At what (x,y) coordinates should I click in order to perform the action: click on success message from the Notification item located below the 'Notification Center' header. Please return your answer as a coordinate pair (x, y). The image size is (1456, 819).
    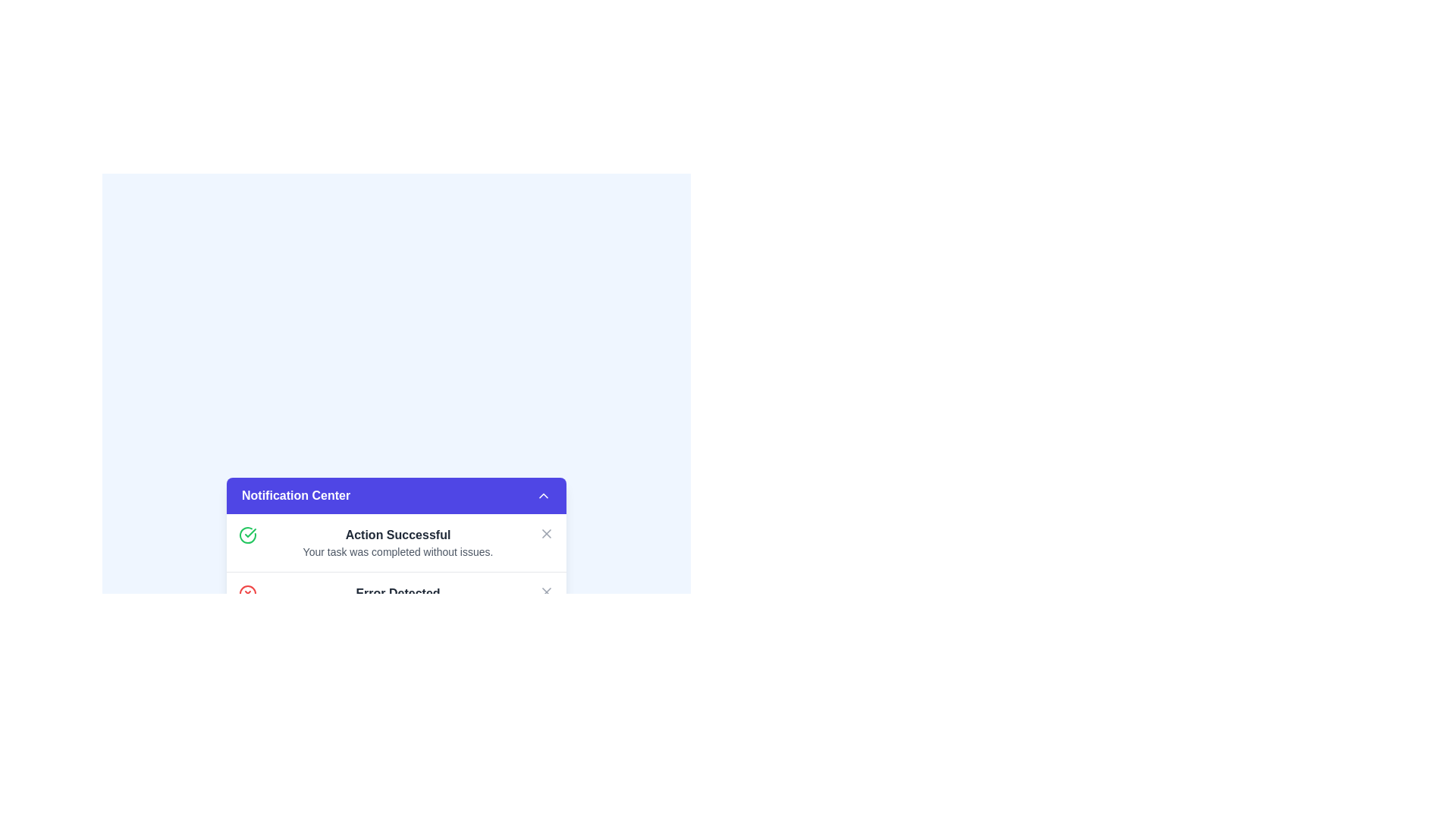
    Looking at the image, I should click on (397, 542).